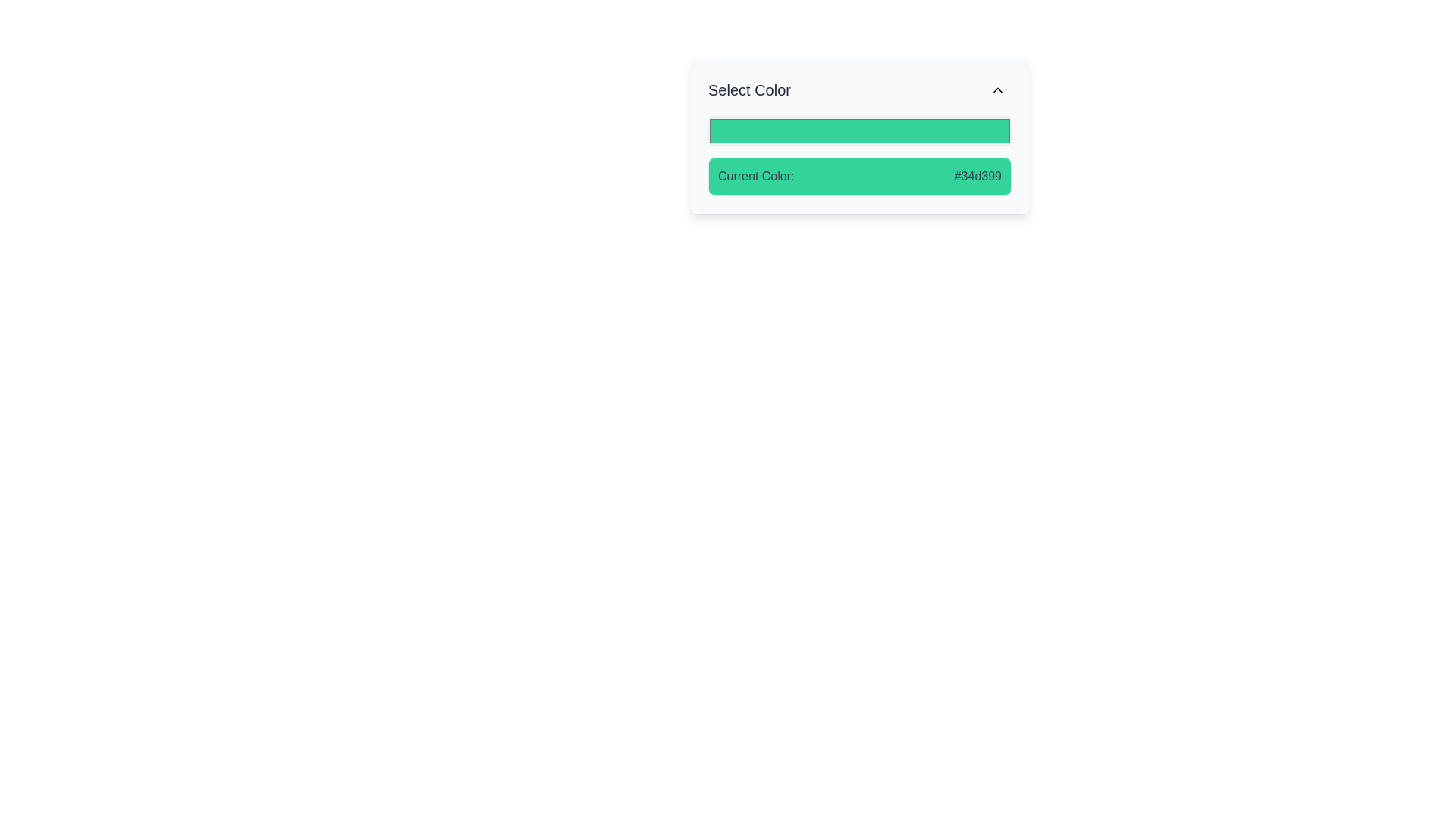 Image resolution: width=1456 pixels, height=819 pixels. Describe the element at coordinates (859, 135) in the screenshot. I see `the Color input field that indicates the currently selected color, located below the title 'Select Color' and above the 'Current Color' section` at that location.